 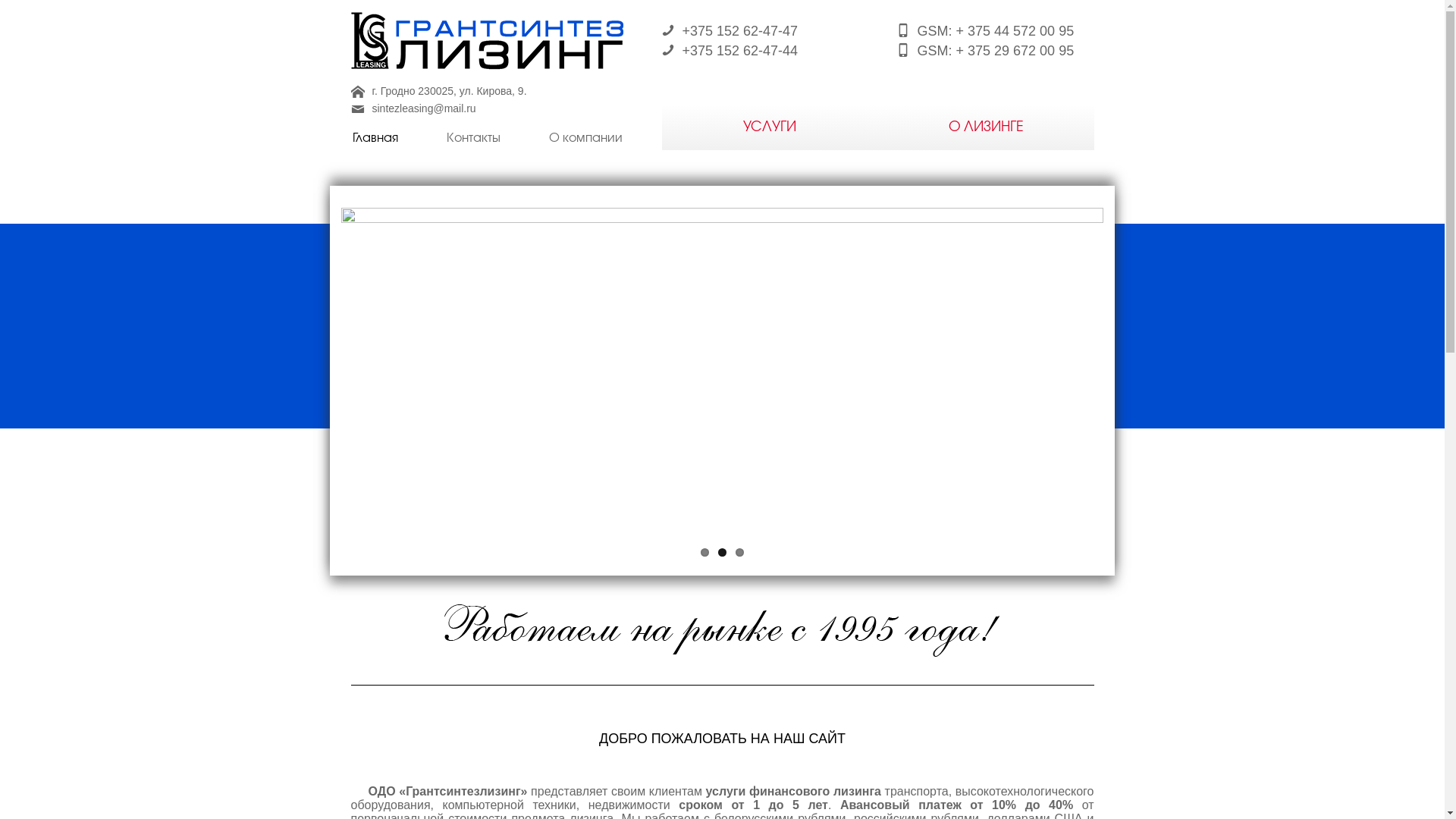 What do you see at coordinates (721, 552) in the screenshot?
I see `'2'` at bounding box center [721, 552].